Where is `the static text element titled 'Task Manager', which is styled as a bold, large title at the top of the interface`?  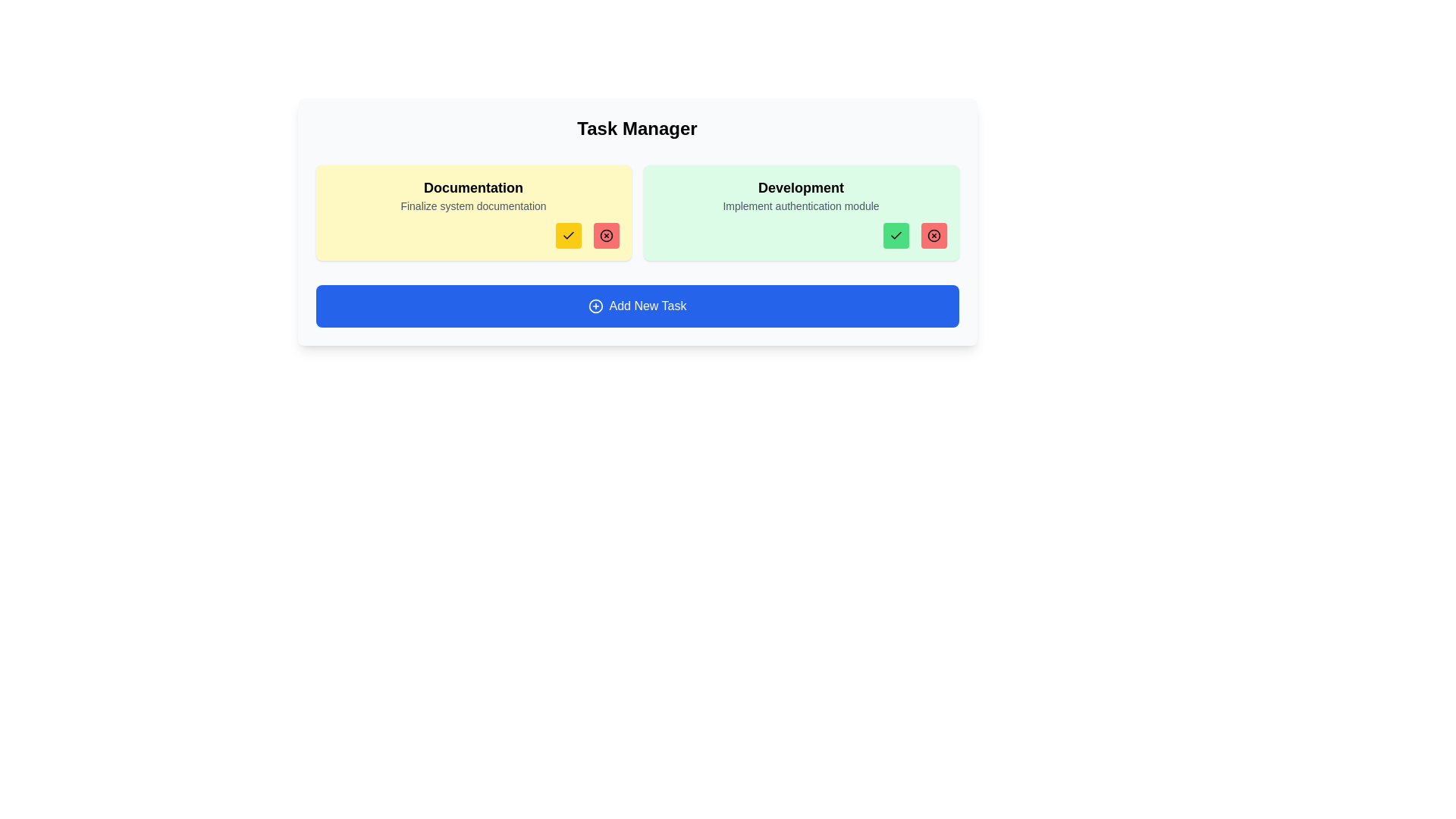
the static text element titled 'Task Manager', which is styled as a bold, large title at the top of the interface is located at coordinates (637, 127).